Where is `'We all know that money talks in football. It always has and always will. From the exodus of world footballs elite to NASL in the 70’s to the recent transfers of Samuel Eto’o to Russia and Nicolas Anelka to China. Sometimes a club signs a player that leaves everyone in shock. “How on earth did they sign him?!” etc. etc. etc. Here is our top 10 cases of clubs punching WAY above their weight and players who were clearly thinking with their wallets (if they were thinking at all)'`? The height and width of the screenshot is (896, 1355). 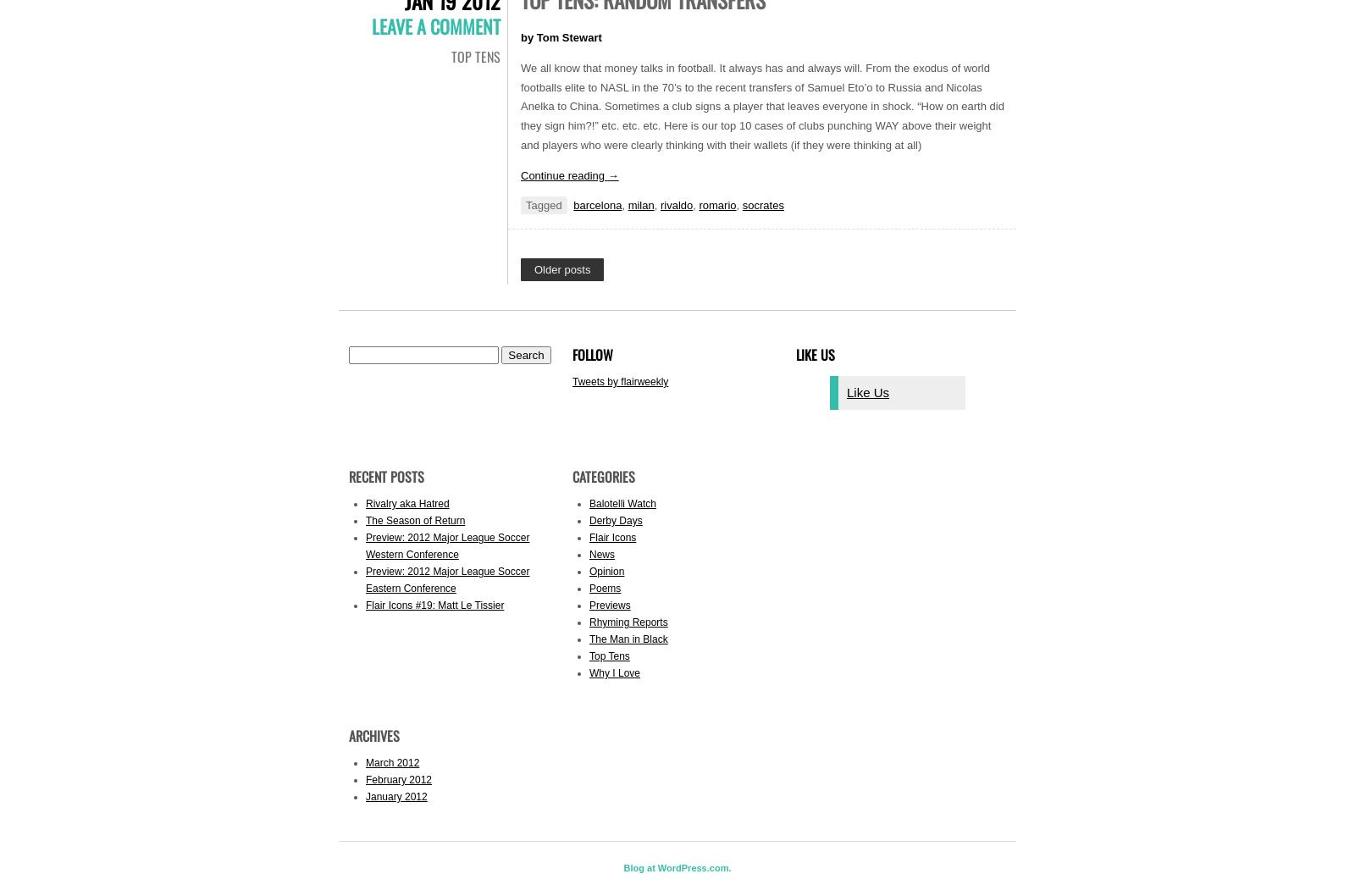 'We all know that money talks in football. It always has and always will. From the exodus of world footballs elite to NASL in the 70’s to the recent transfers of Samuel Eto’o to Russia and Nicolas Anelka to China. Sometimes a club signs a player that leaves everyone in shock. “How on earth did they sign him?!” etc. etc. etc. Here is our top 10 cases of clubs punching WAY above their weight and players who were clearly thinking with their wallets (if they were thinking at all)' is located at coordinates (761, 104).